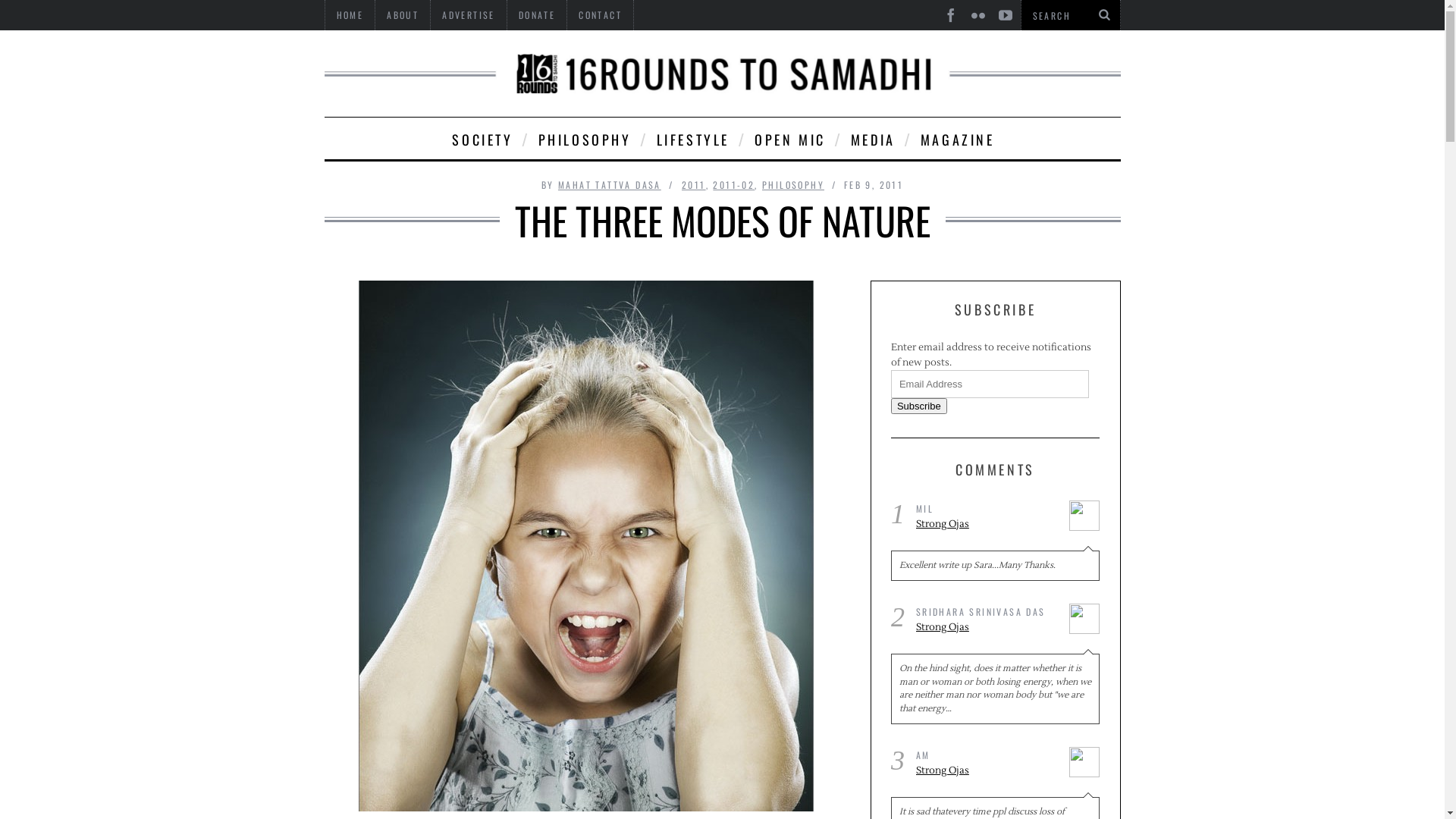 Image resolution: width=1456 pixels, height=819 pixels. What do you see at coordinates (789, 138) in the screenshot?
I see `'OPEN MIC'` at bounding box center [789, 138].